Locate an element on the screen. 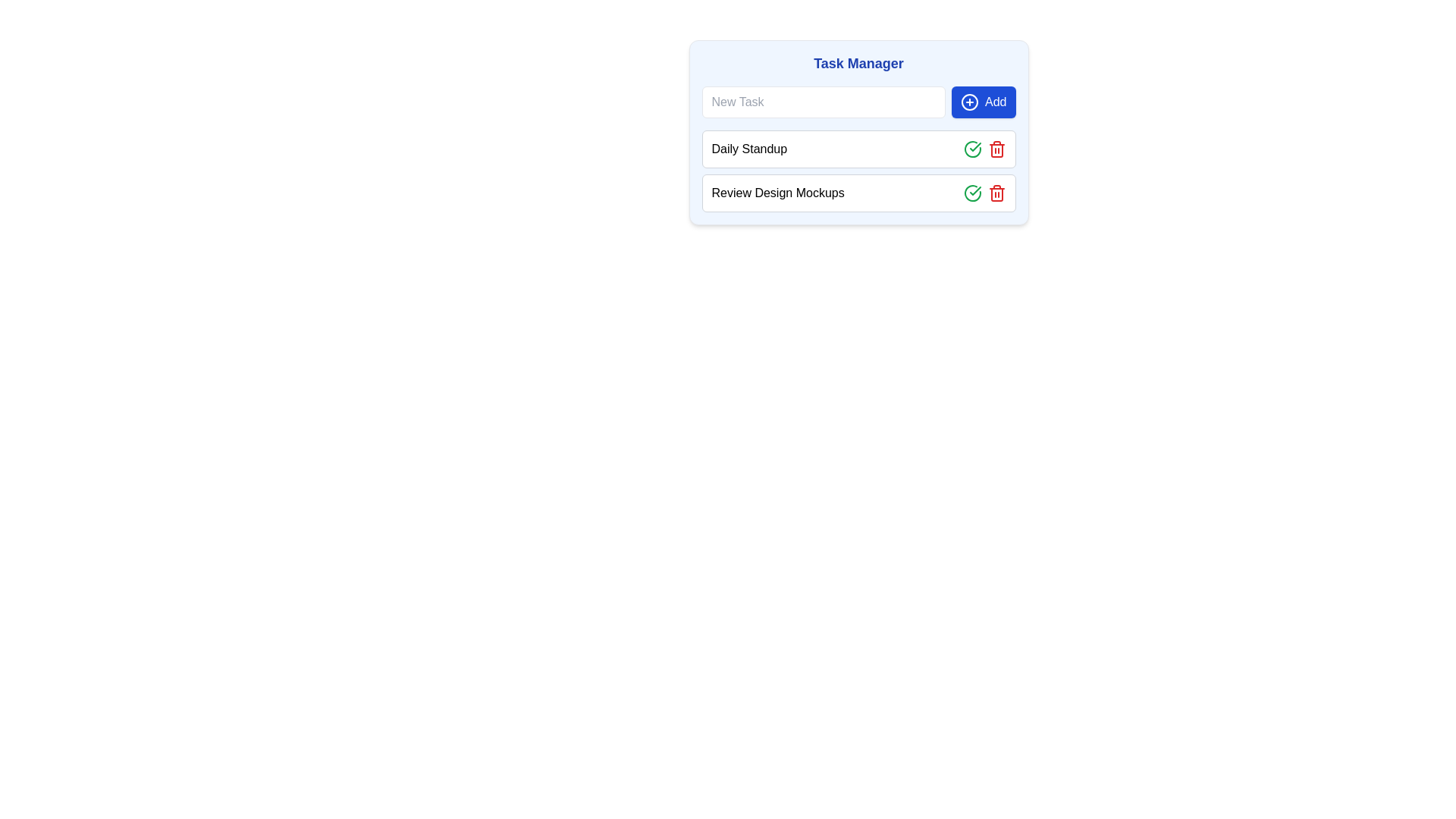 Image resolution: width=1456 pixels, height=819 pixels. the red-colored trash bin icon located on the right side of the second row in the list of tasks is located at coordinates (996, 192).